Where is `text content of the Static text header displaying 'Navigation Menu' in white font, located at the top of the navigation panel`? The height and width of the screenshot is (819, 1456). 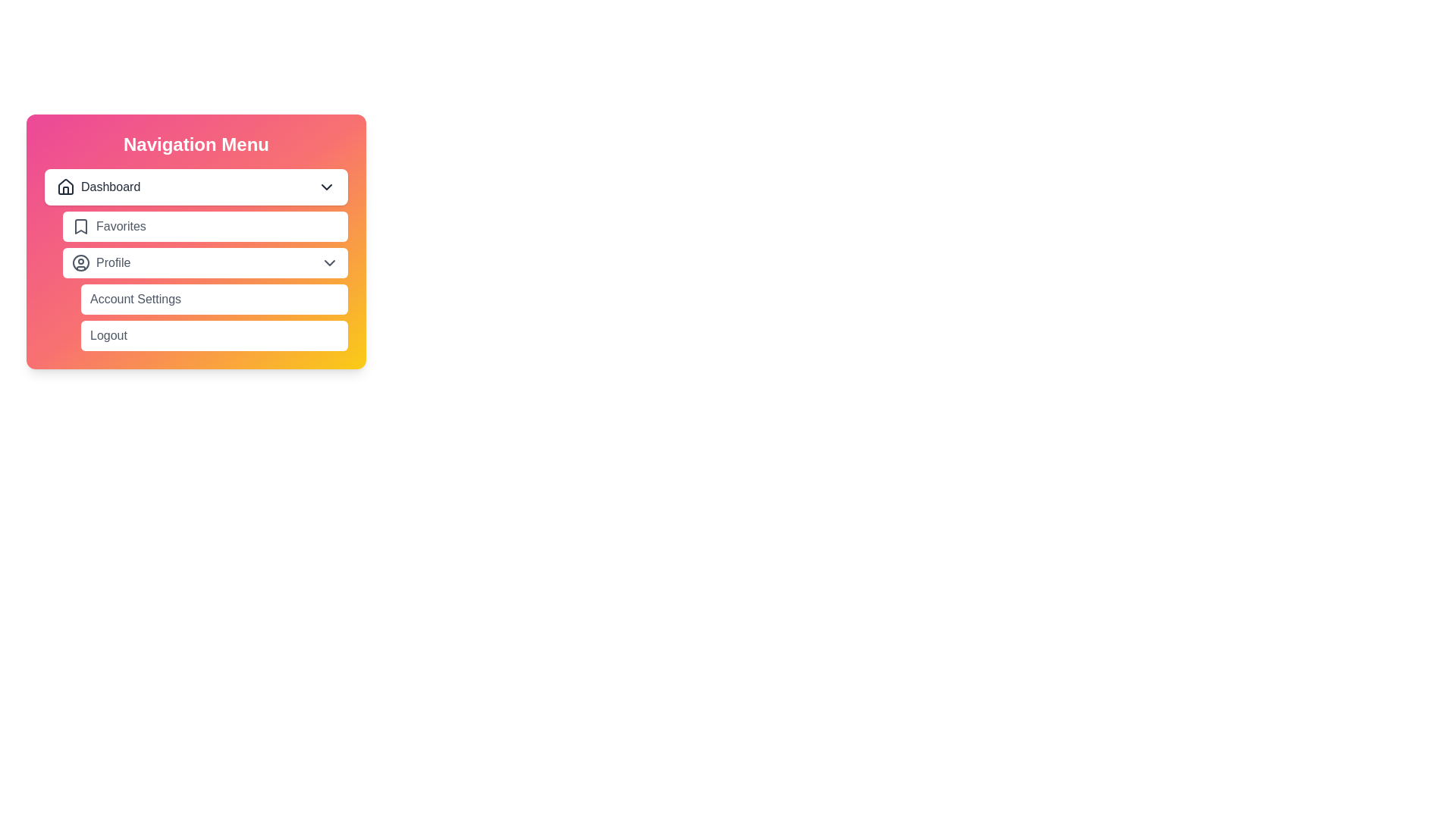
text content of the Static text header displaying 'Navigation Menu' in white font, located at the top of the navigation panel is located at coordinates (196, 145).